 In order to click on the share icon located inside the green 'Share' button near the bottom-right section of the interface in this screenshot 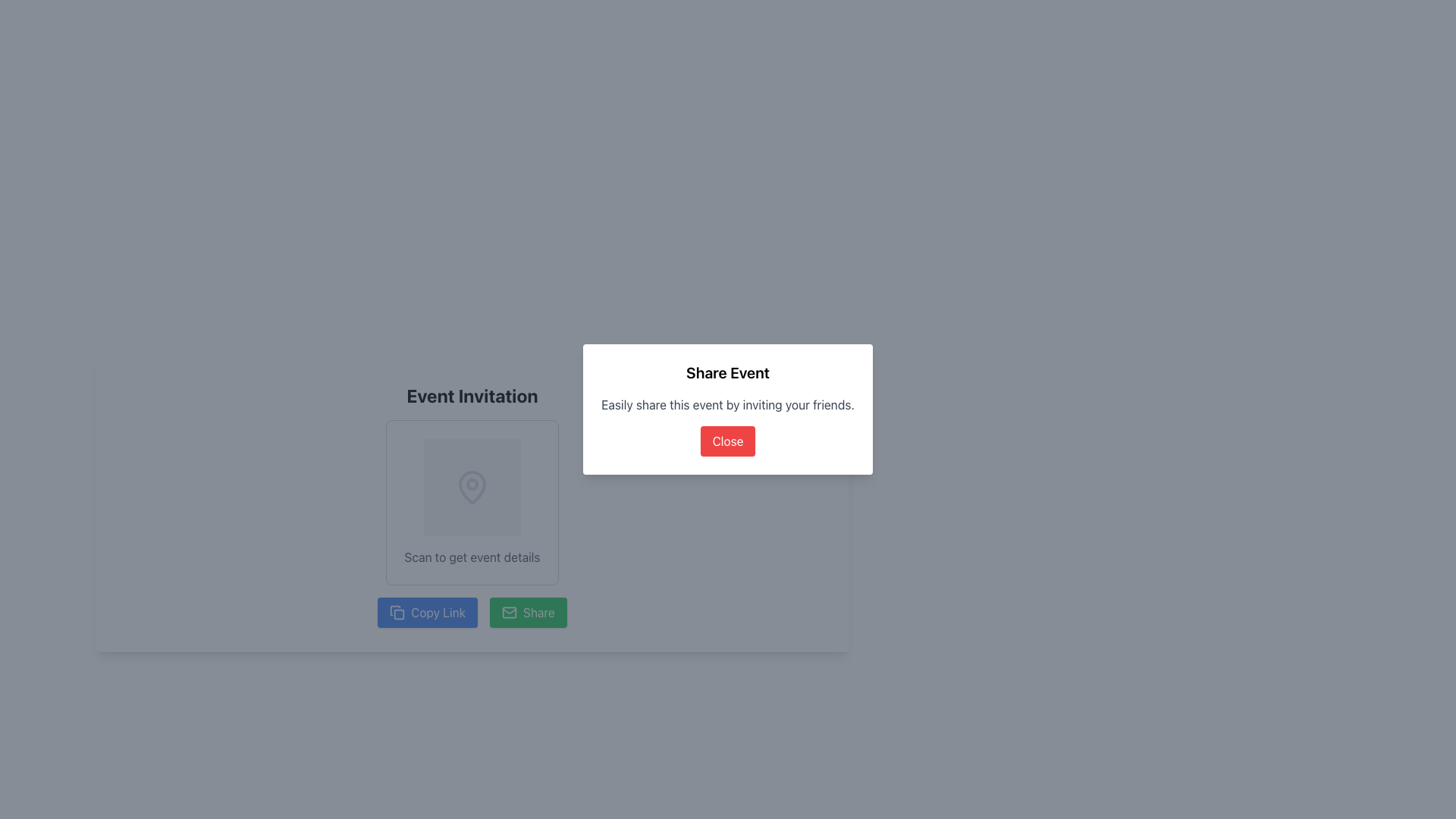, I will do `click(510, 611)`.